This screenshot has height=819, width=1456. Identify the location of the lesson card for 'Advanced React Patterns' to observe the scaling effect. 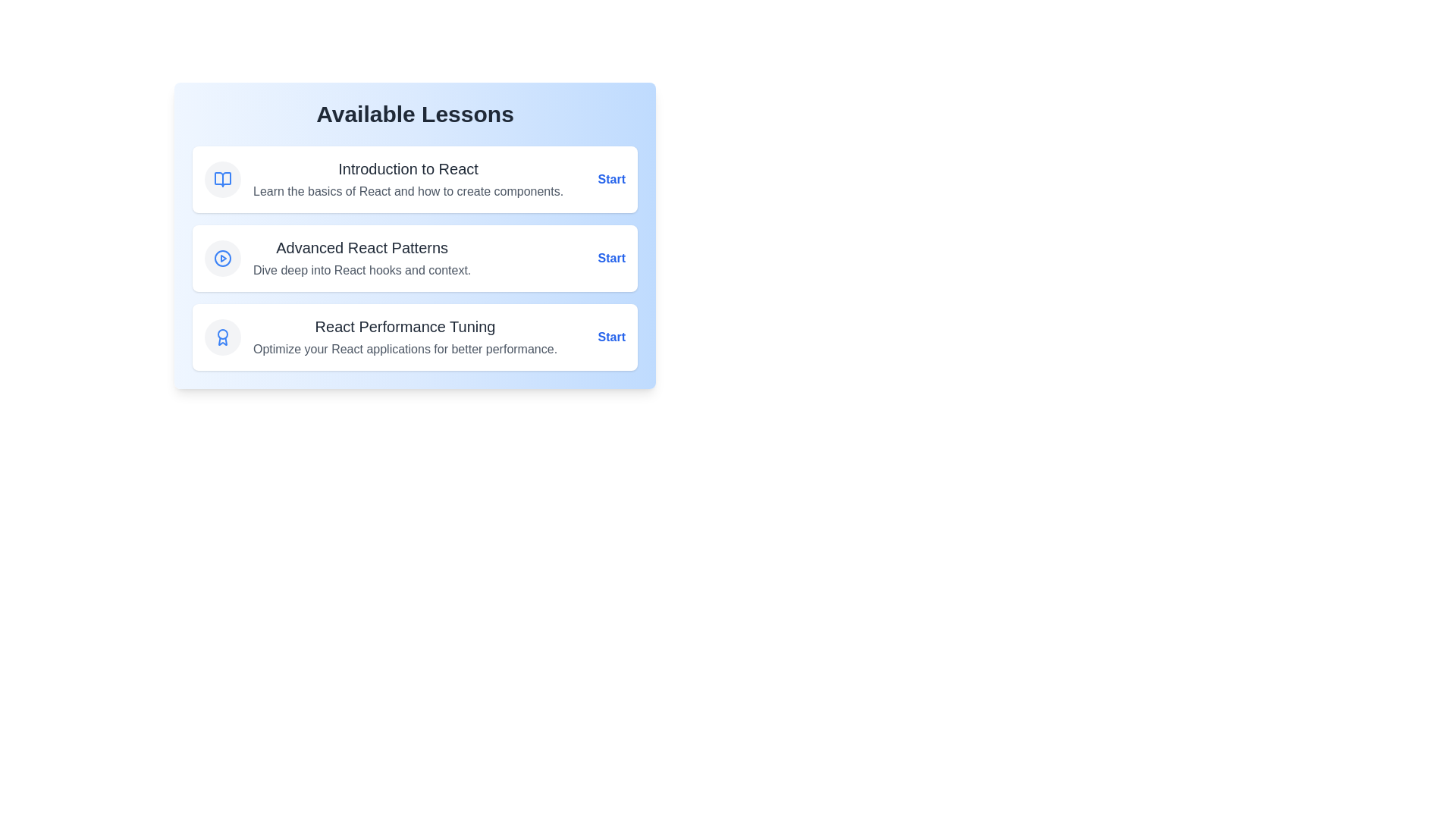
(415, 257).